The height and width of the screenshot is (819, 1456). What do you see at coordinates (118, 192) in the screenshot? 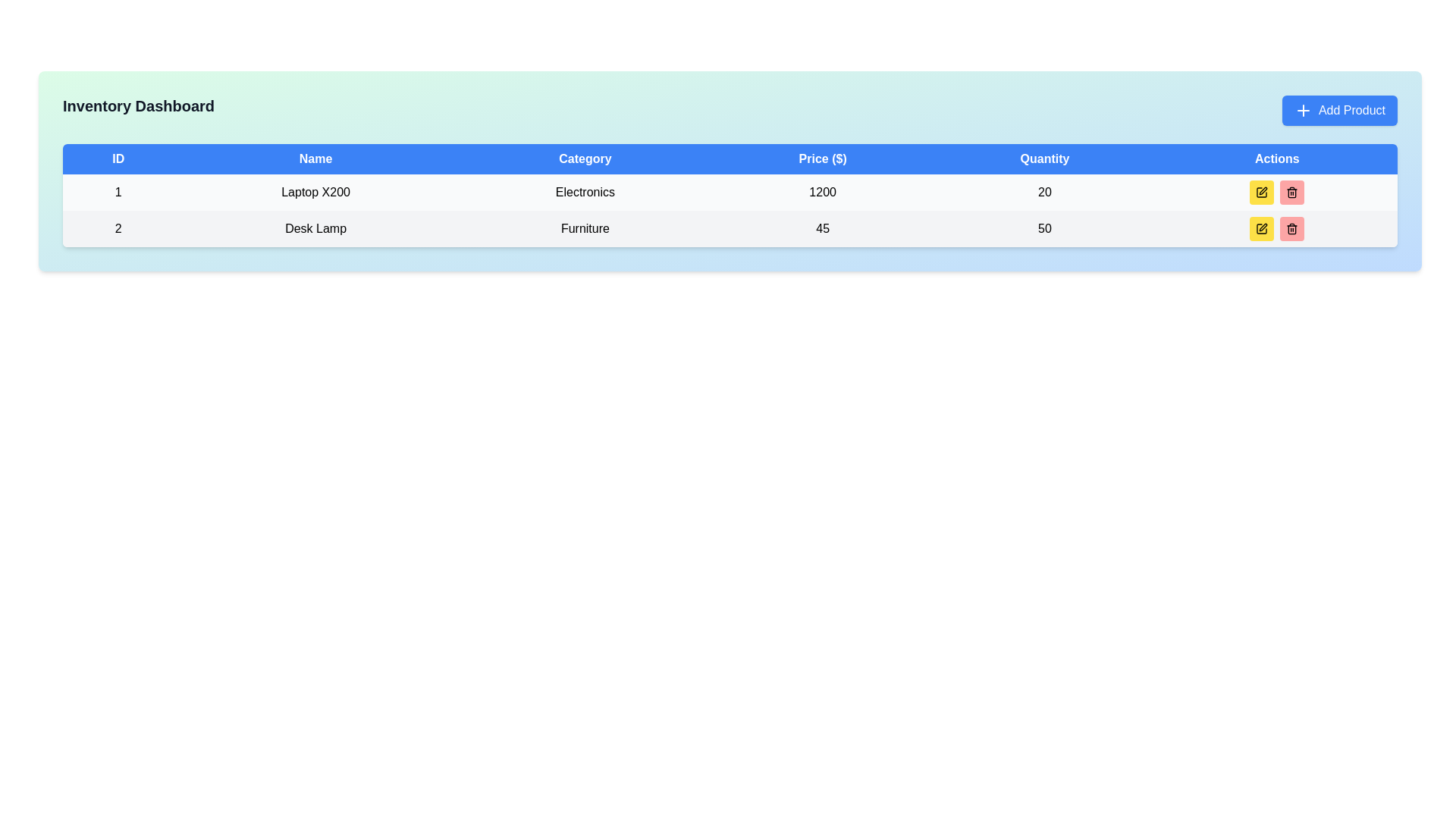
I see `the Text display element representing the unique identifier (ID) of the first entry in the table, located in the first column of the first row under the 'ID' header` at bounding box center [118, 192].